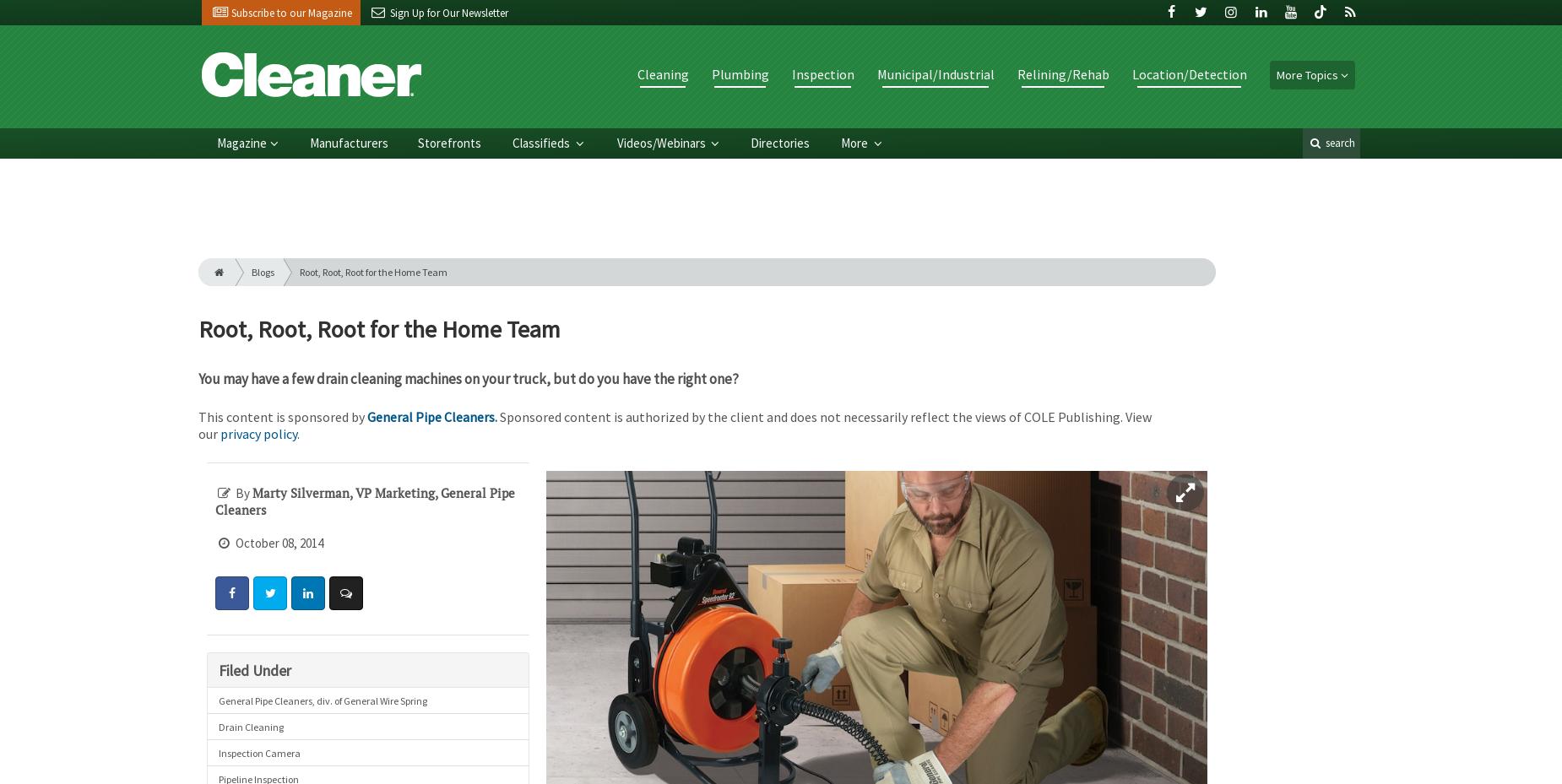  What do you see at coordinates (241, 492) in the screenshot?
I see `'By'` at bounding box center [241, 492].